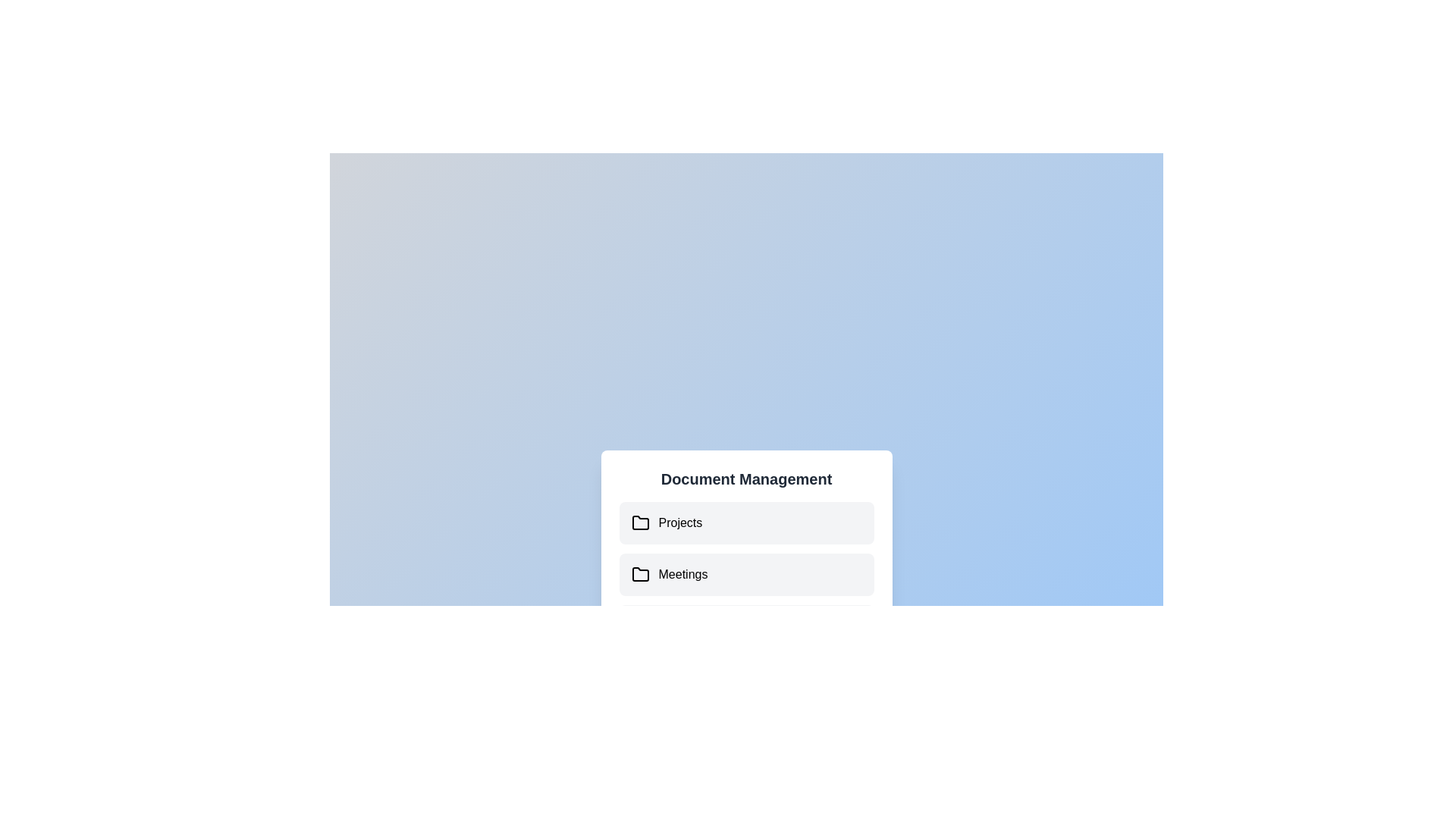 This screenshot has width=1456, height=819. I want to click on the document 'User Data.xlsx' under the folder 'Projects', so click(746, 522).